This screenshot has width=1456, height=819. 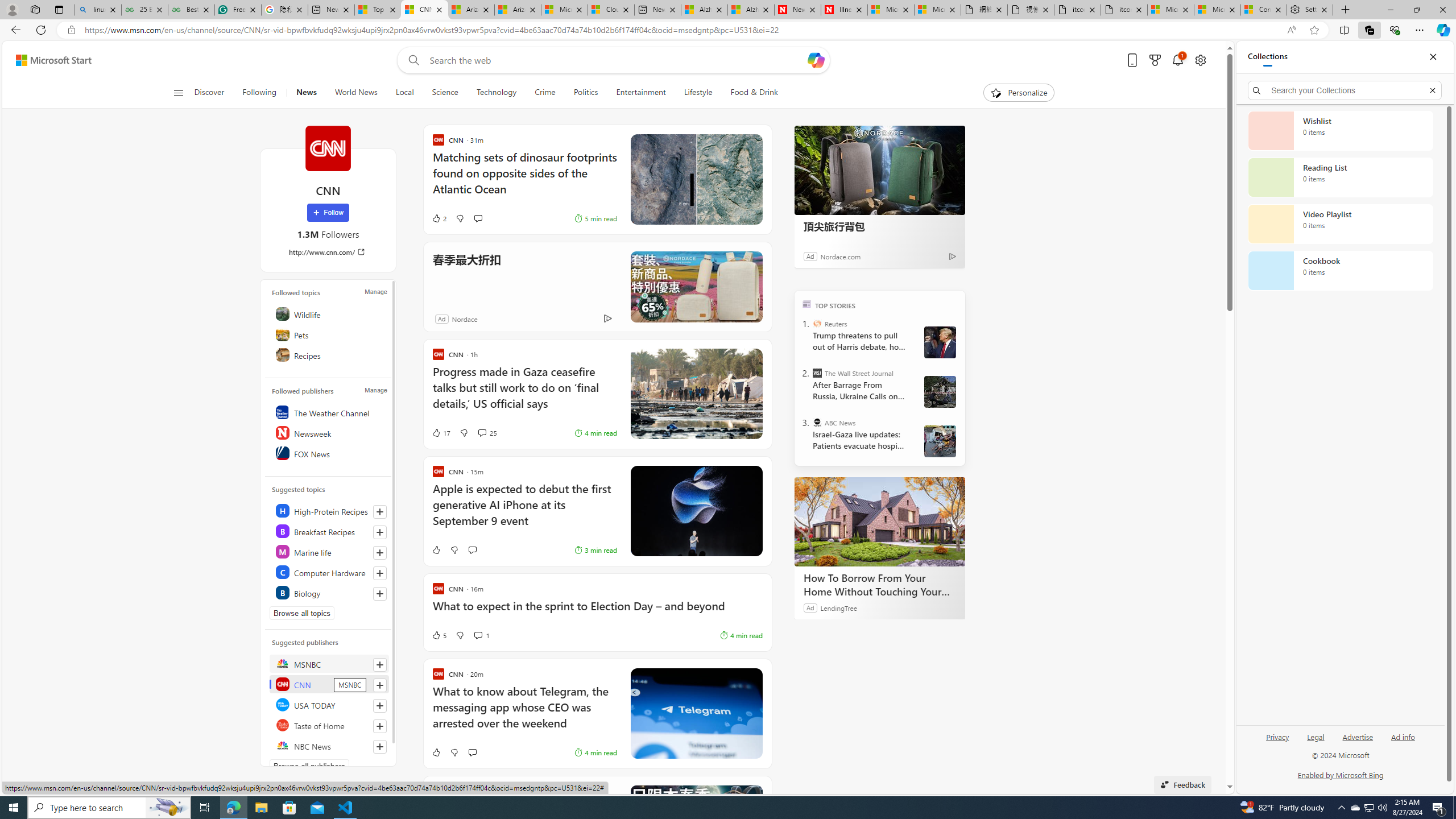 What do you see at coordinates (843, 9) in the screenshot?
I see `'Illness news & latest pictures from Newsweek.com'` at bounding box center [843, 9].